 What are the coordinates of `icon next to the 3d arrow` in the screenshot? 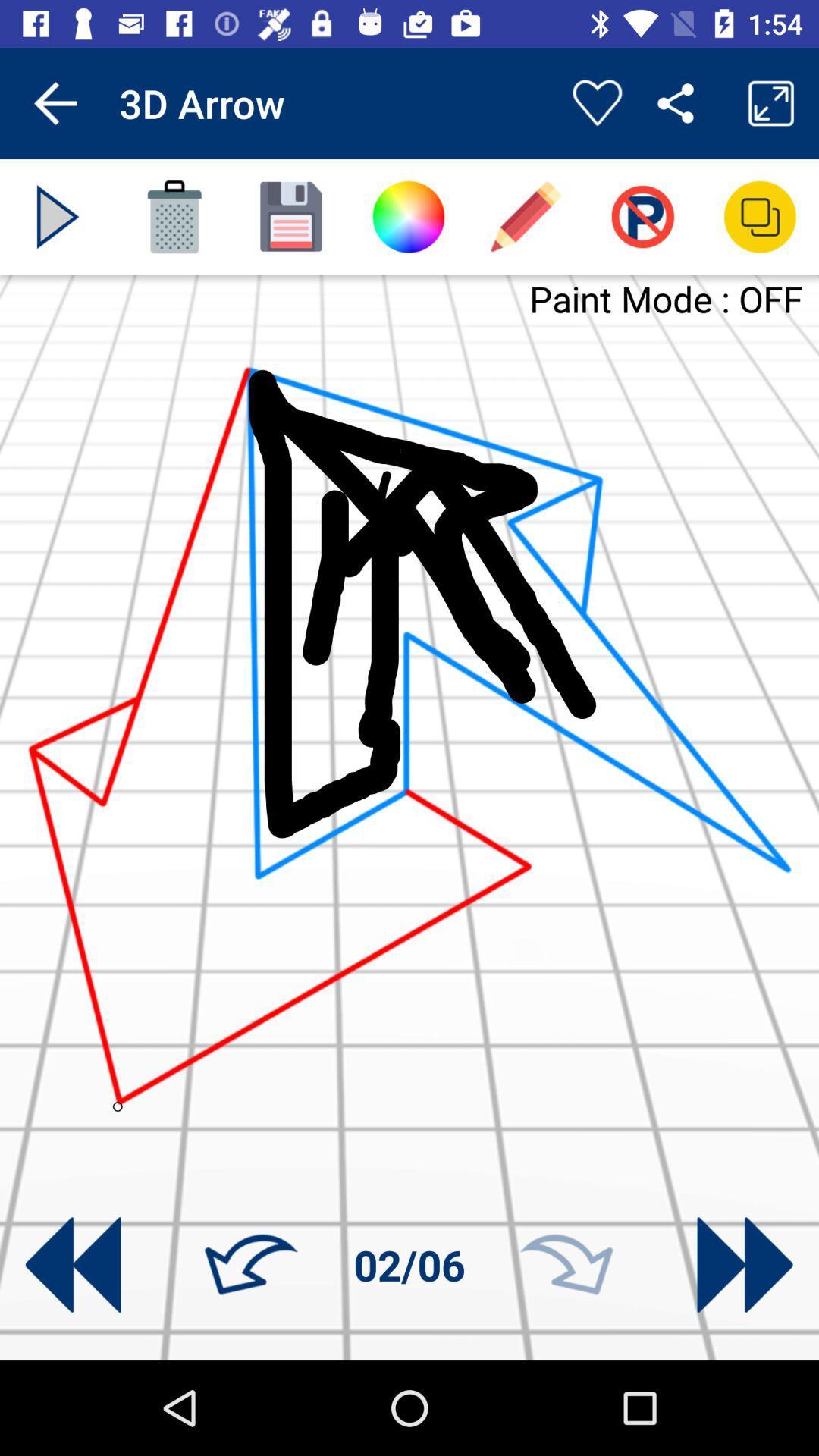 It's located at (596, 102).